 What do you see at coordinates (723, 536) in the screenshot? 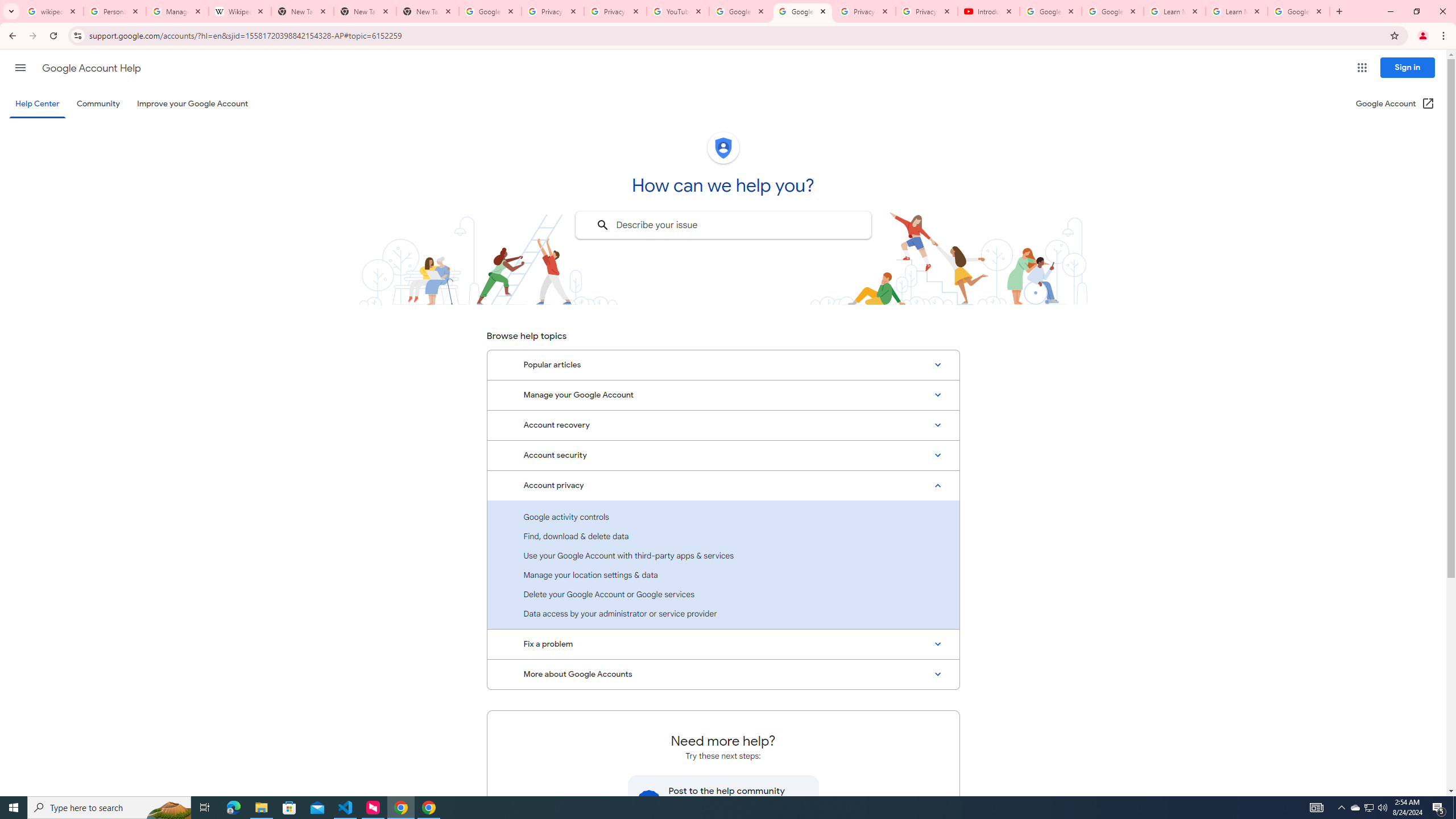
I see `'Find, download & delete data'` at bounding box center [723, 536].